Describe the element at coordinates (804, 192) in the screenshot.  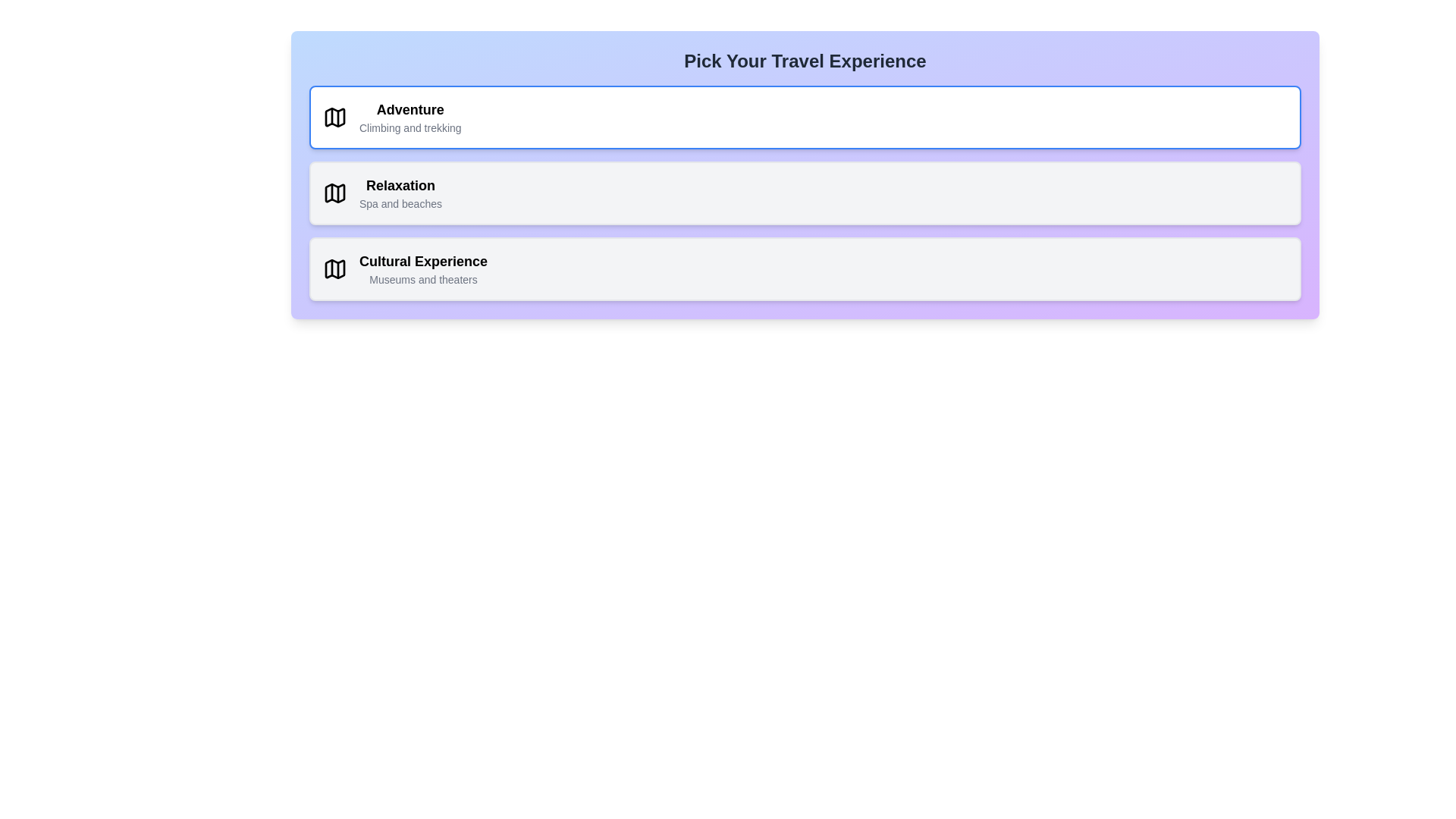
I see `the Selectable Option Card for relaxation activities, which is the second element in a vertically stacked arrangement of three options` at that location.